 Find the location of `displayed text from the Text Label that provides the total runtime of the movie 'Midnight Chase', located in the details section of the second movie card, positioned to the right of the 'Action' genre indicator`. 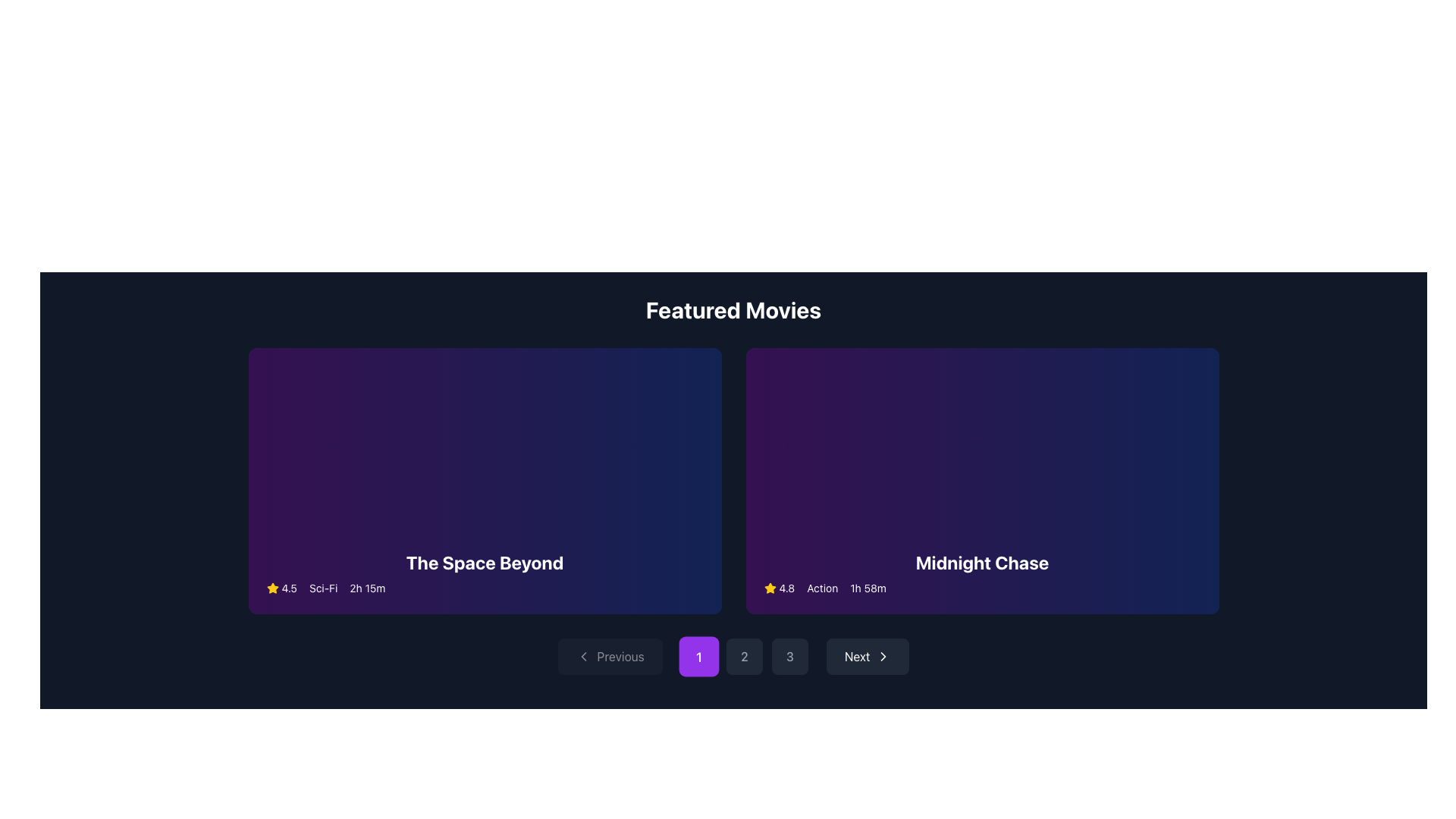

displayed text from the Text Label that provides the total runtime of the movie 'Midnight Chase', located in the details section of the second movie card, positioned to the right of the 'Action' genre indicator is located at coordinates (868, 587).